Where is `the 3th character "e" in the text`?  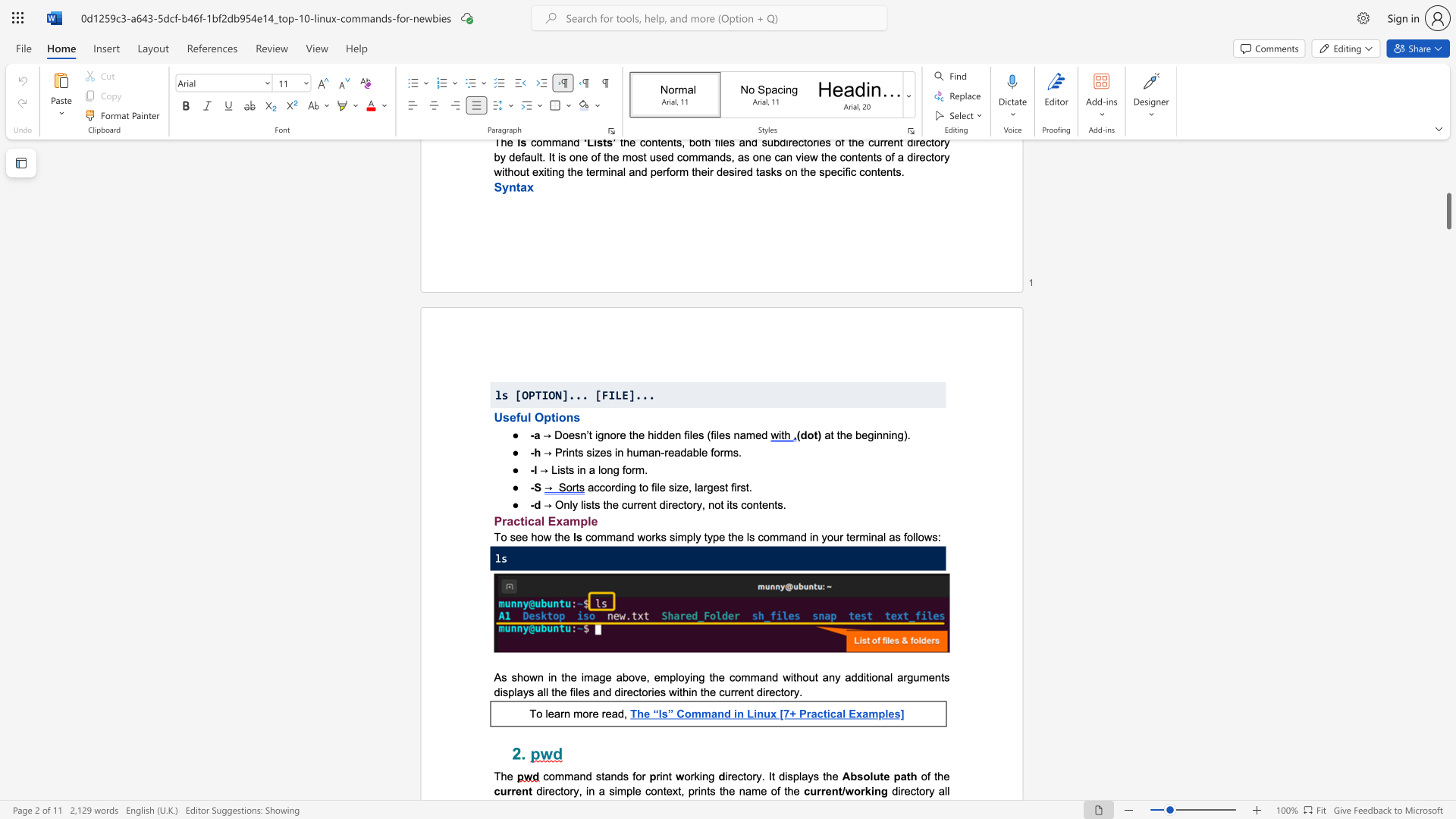 the 3th character "e" in the text is located at coordinates (668, 790).